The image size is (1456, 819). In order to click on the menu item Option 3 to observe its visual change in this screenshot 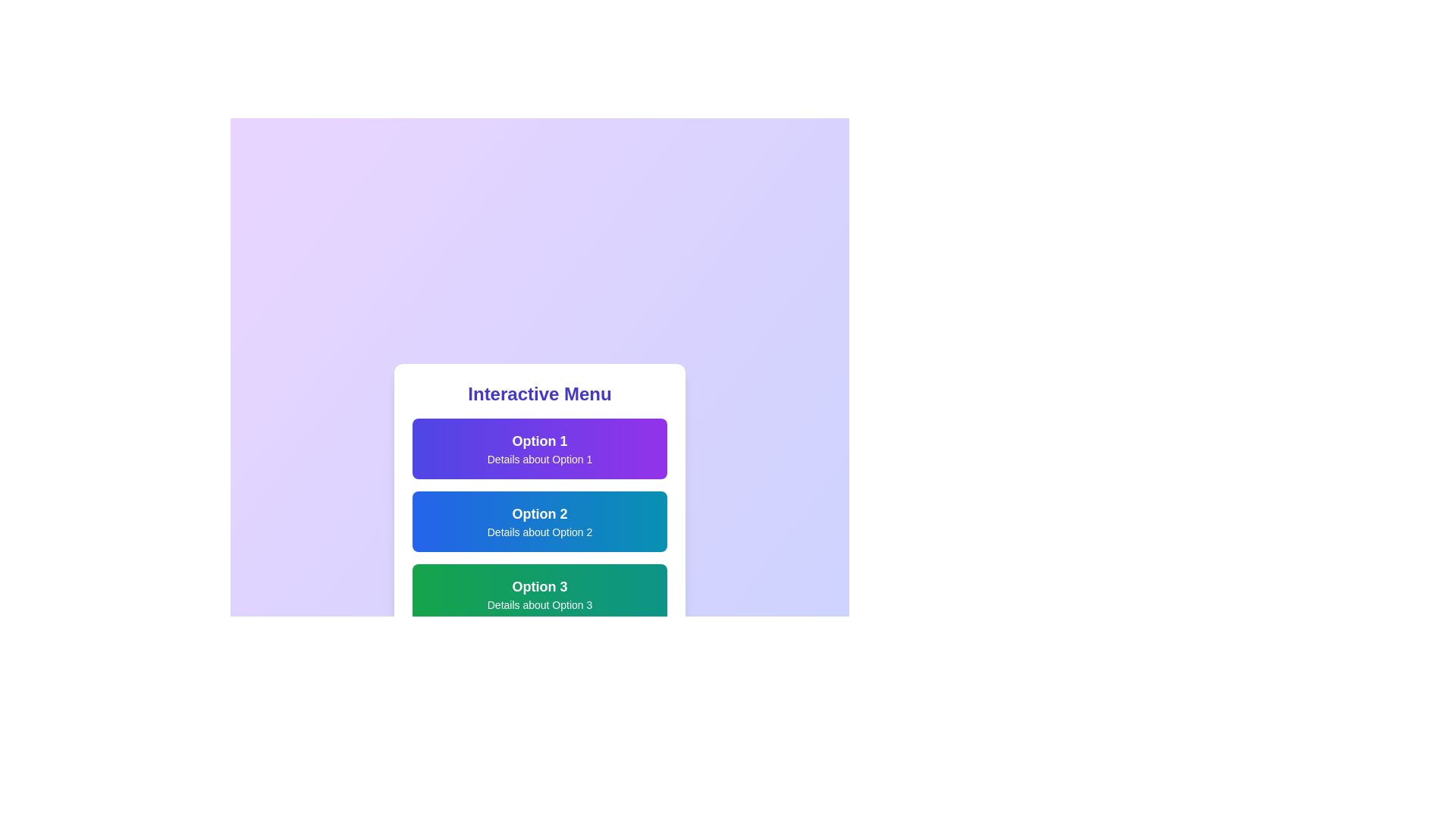, I will do `click(539, 593)`.